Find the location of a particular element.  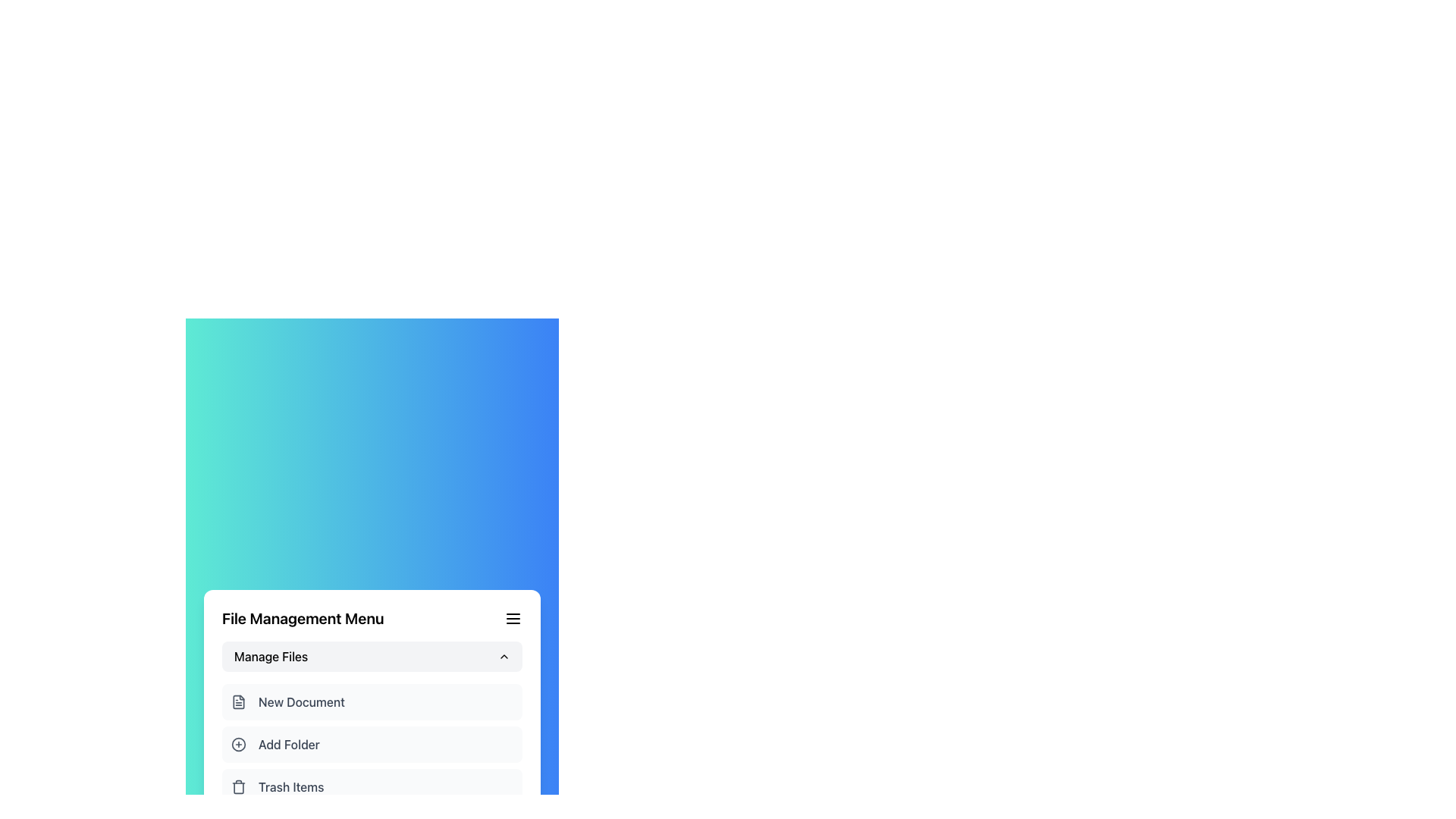

trash icon element, which is part of the visual representation for managing deleted items, located in the bottom-right section of the menu interface is located at coordinates (238, 786).